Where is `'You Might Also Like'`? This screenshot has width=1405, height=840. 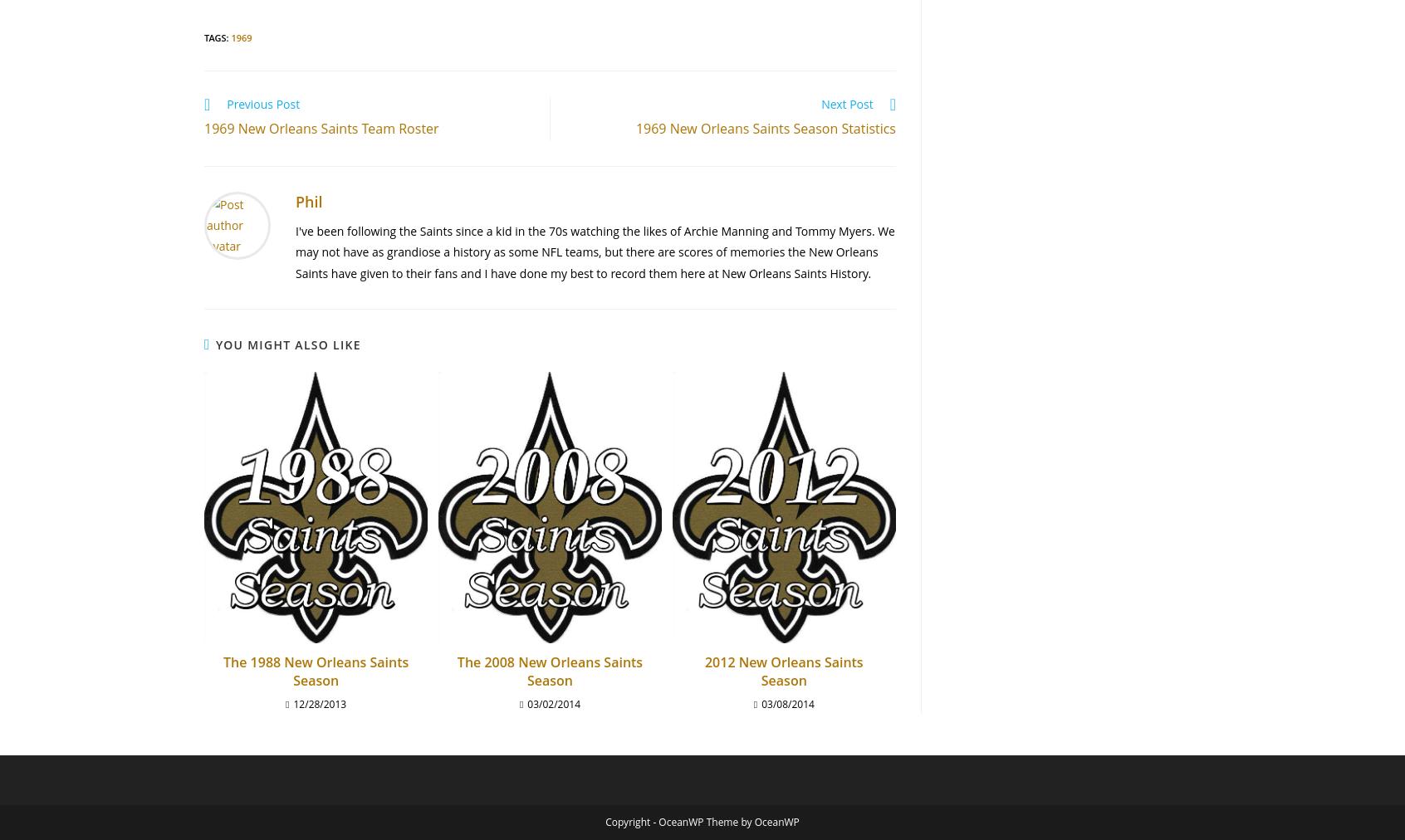 'You Might Also Like' is located at coordinates (215, 344).